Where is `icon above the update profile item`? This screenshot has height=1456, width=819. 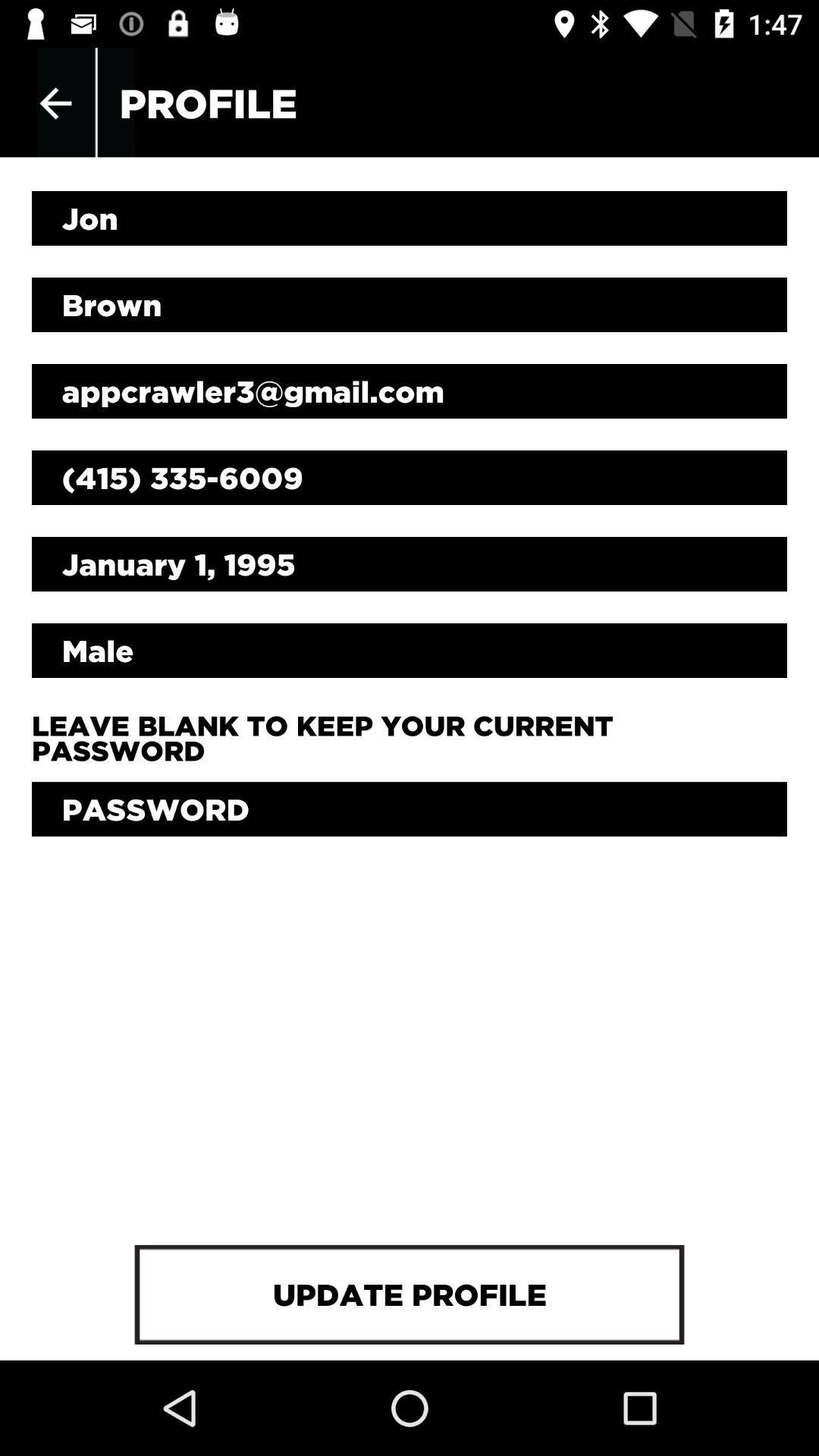 icon above the update profile item is located at coordinates (409, 808).